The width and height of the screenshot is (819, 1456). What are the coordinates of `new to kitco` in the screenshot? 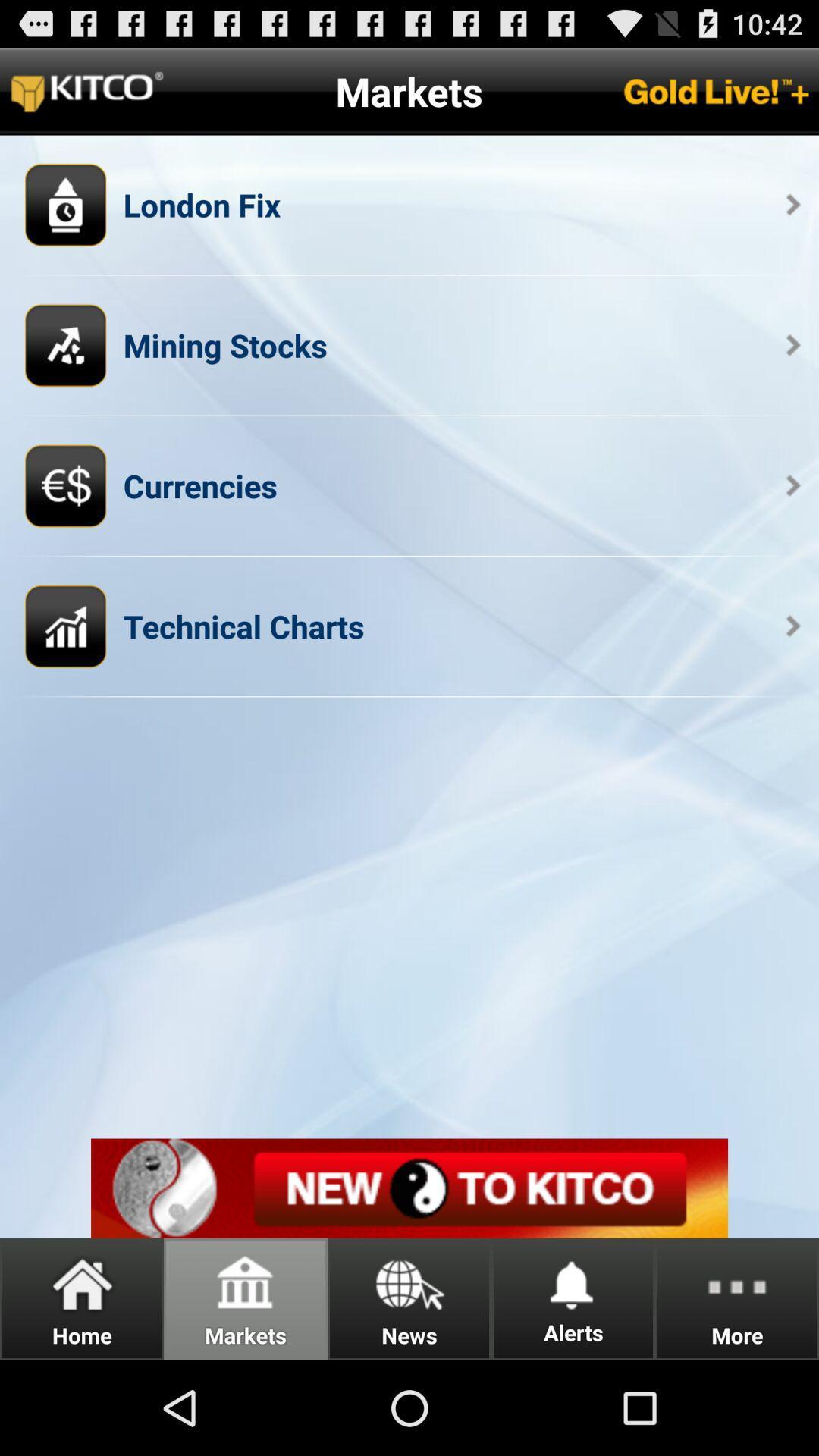 It's located at (409, 1188).